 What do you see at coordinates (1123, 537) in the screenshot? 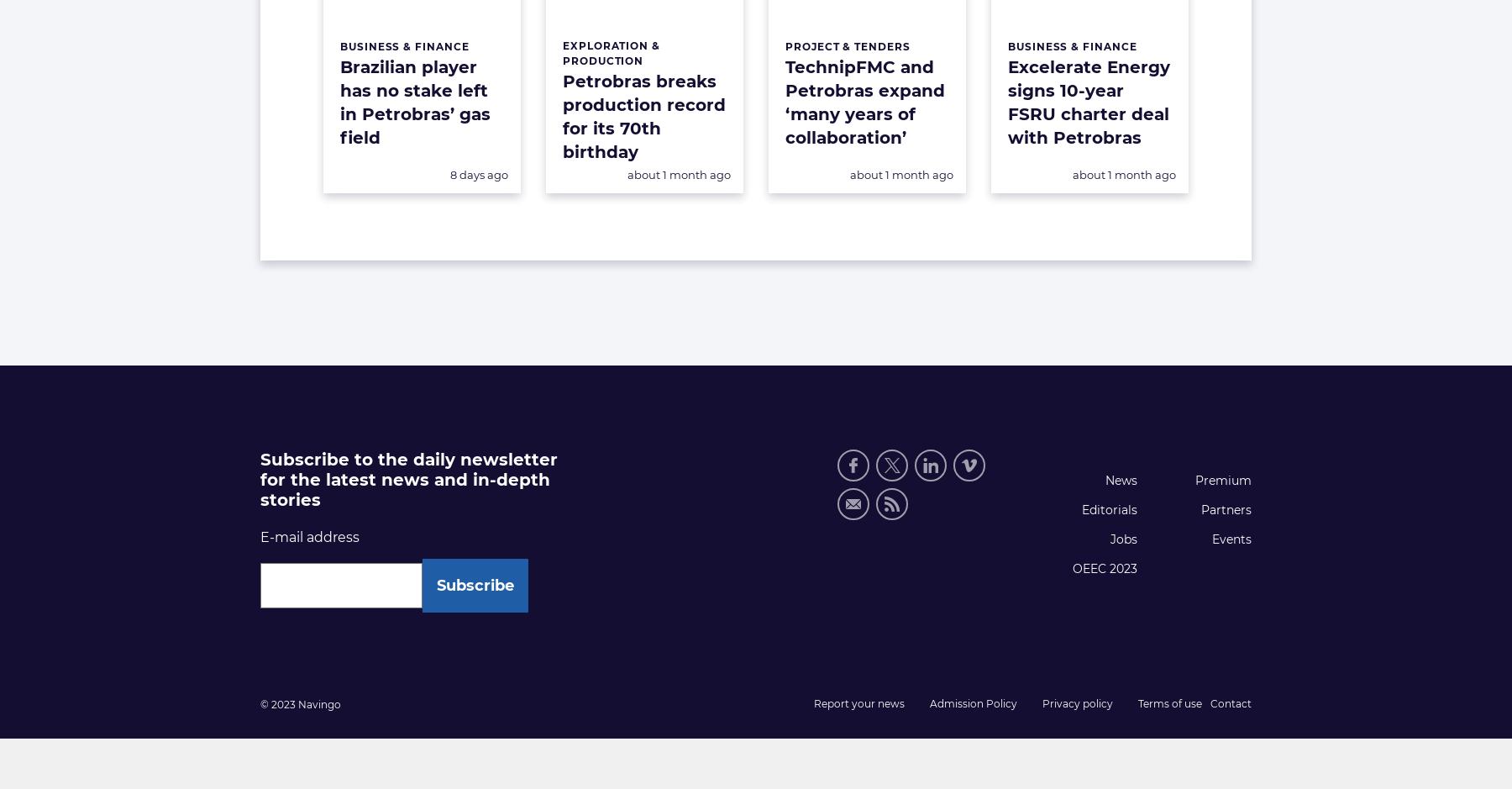
I see `'Jobs'` at bounding box center [1123, 537].